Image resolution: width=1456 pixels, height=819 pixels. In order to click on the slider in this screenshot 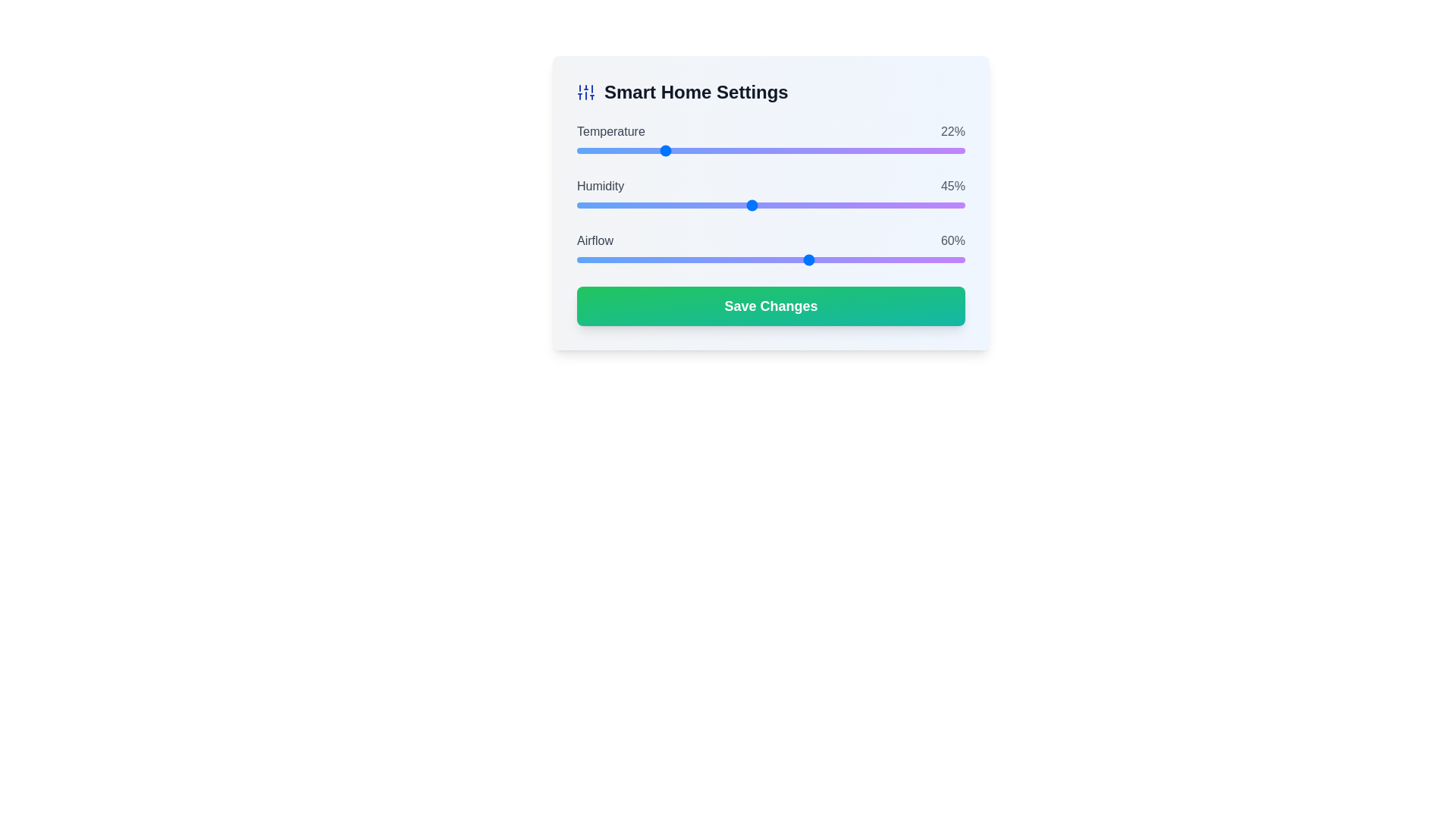, I will do `click(662, 151)`.